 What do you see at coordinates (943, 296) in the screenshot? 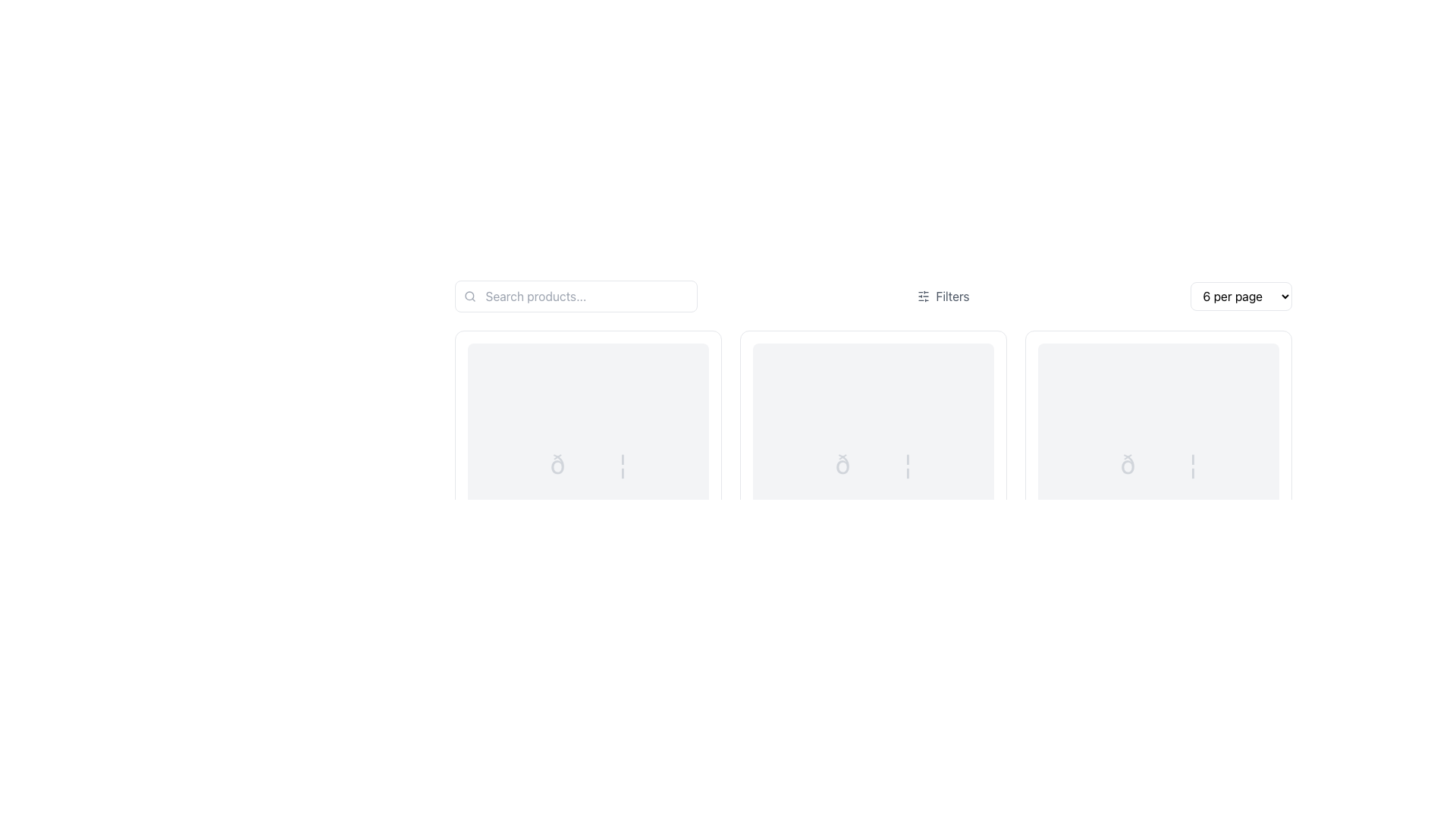
I see `the 'Filters' button, which is a horizontal button with light gray text on a white background, located to the right of a search bar and left of a dropdown menu labeled '6 per page'` at bounding box center [943, 296].